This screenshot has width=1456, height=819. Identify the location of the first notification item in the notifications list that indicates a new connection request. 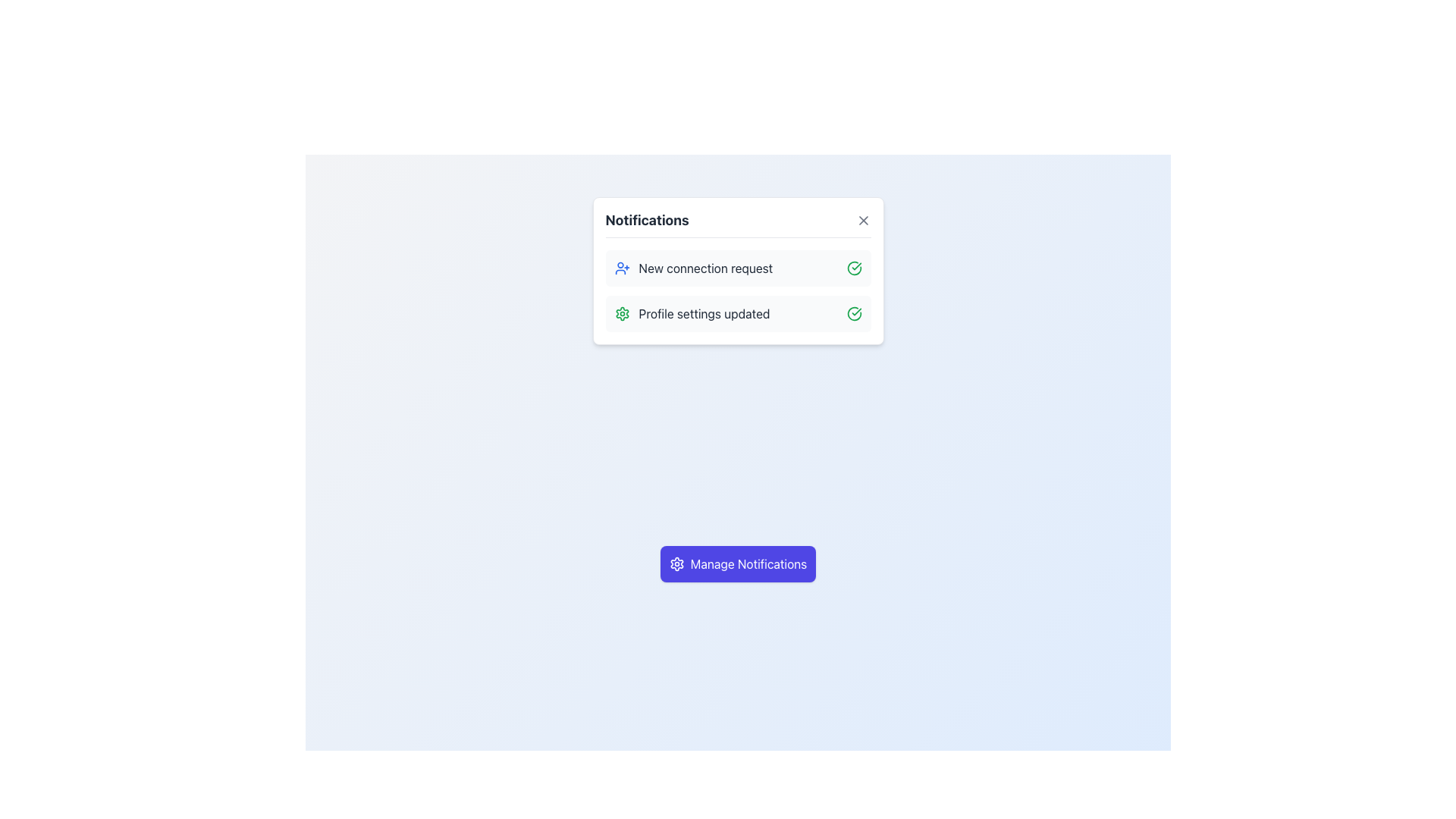
(738, 291).